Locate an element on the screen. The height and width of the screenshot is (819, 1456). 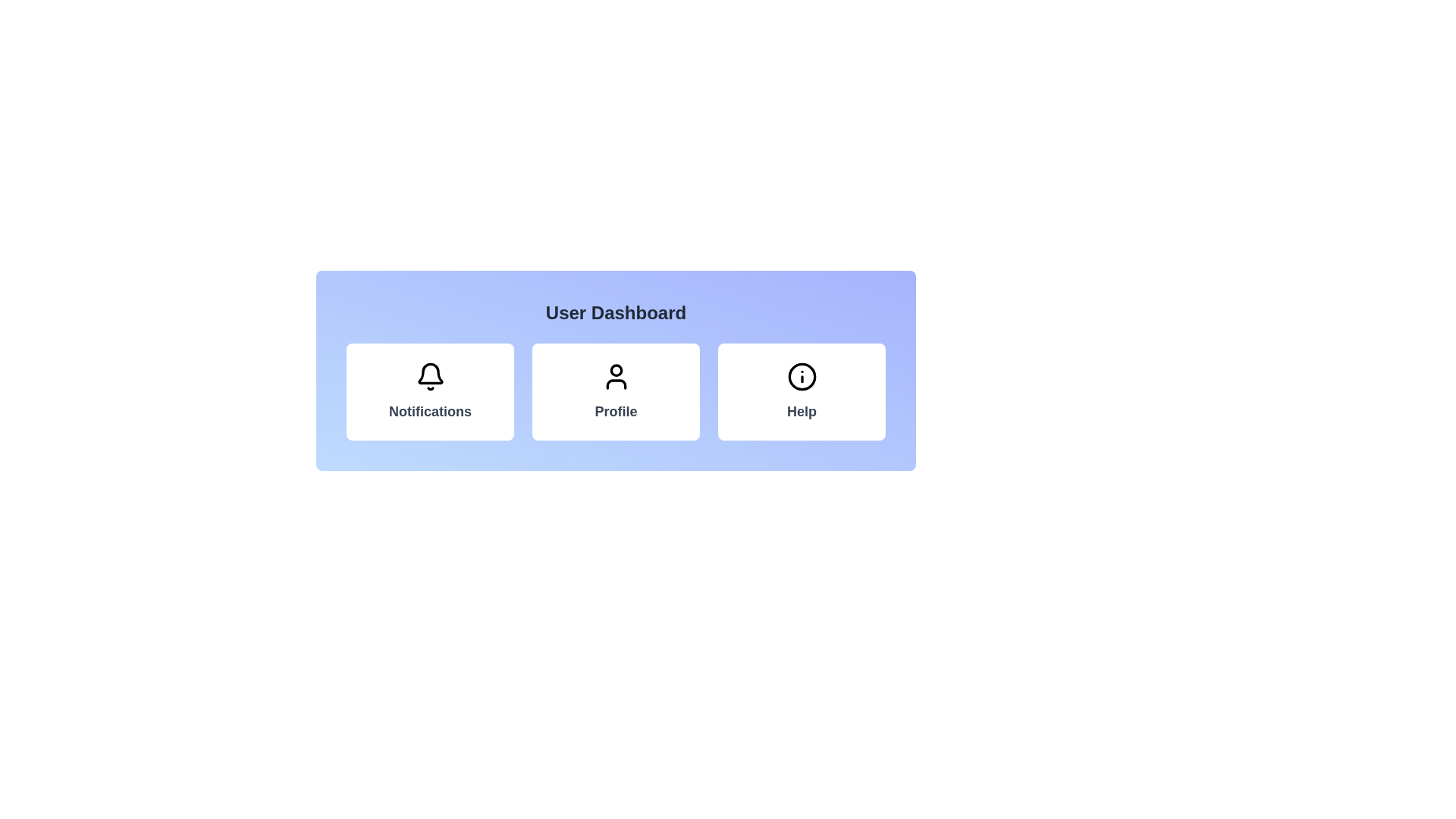
the 'Profile' text label, which is styled in a large, bold, gray font and is located in the central column of a three-column layout, directly below a user silhouette icon is located at coordinates (616, 412).